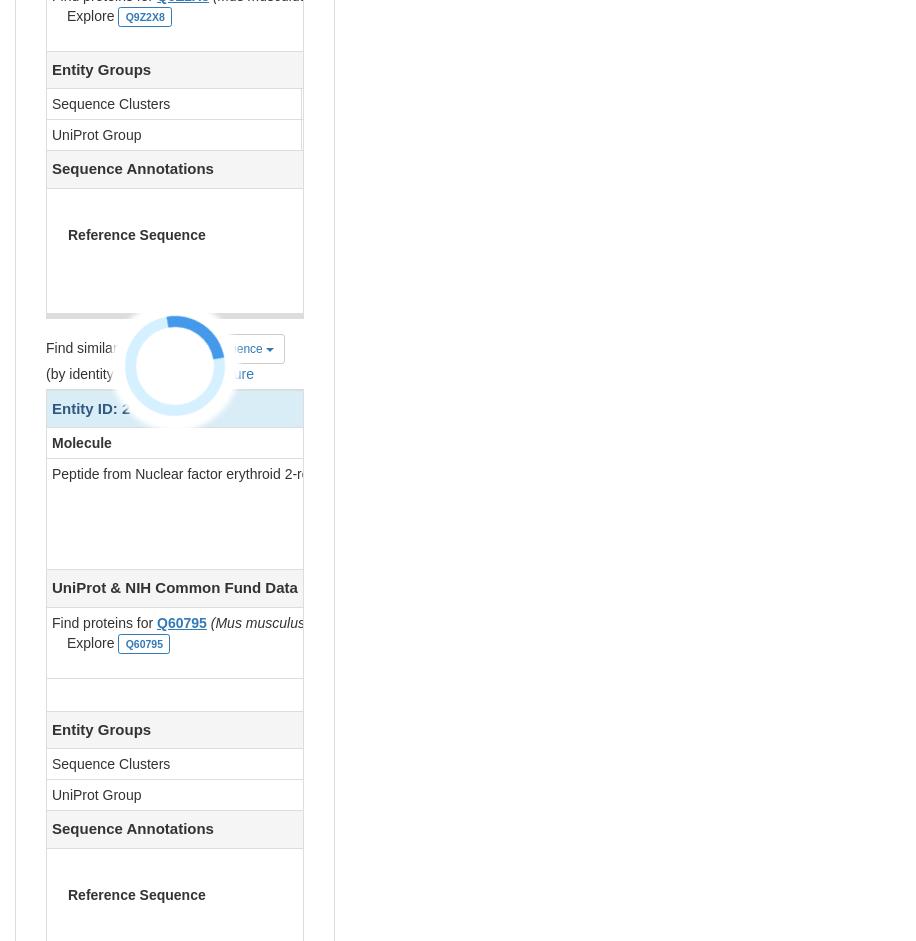 The width and height of the screenshot is (916, 941). I want to click on '100% Identity', so click(834, 105).